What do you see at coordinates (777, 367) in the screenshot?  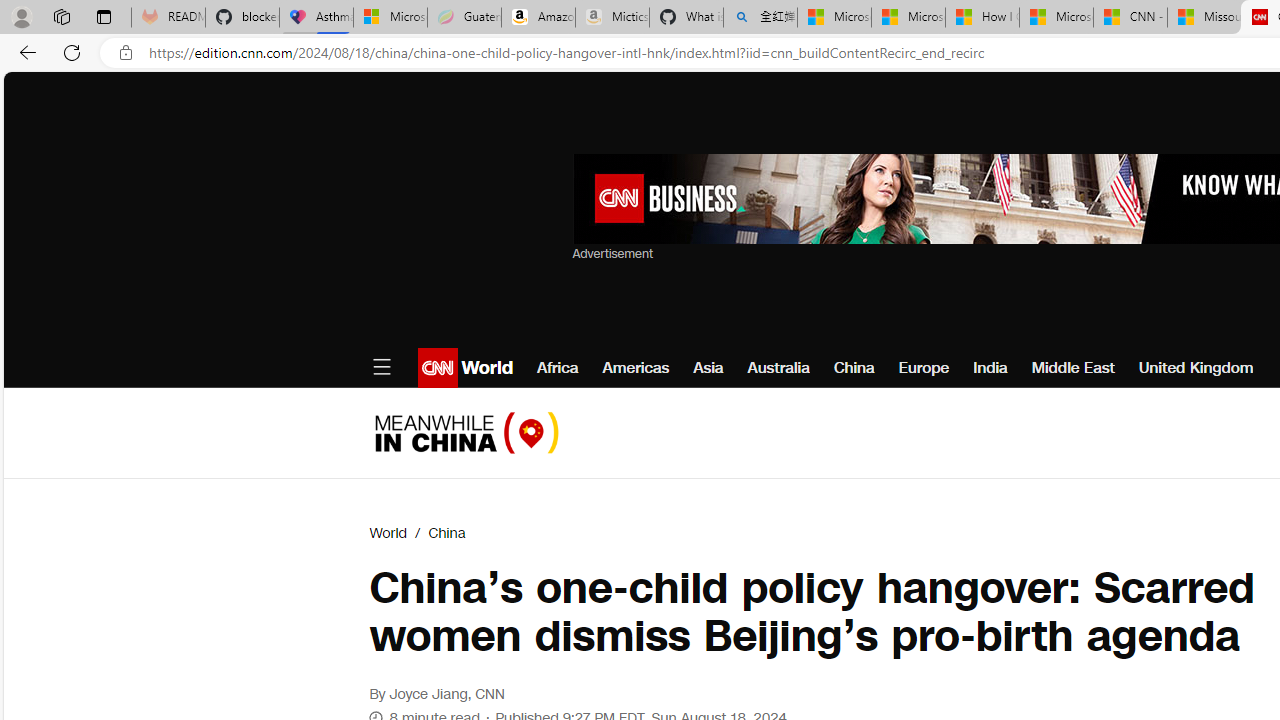 I see `'Australia'` at bounding box center [777, 367].